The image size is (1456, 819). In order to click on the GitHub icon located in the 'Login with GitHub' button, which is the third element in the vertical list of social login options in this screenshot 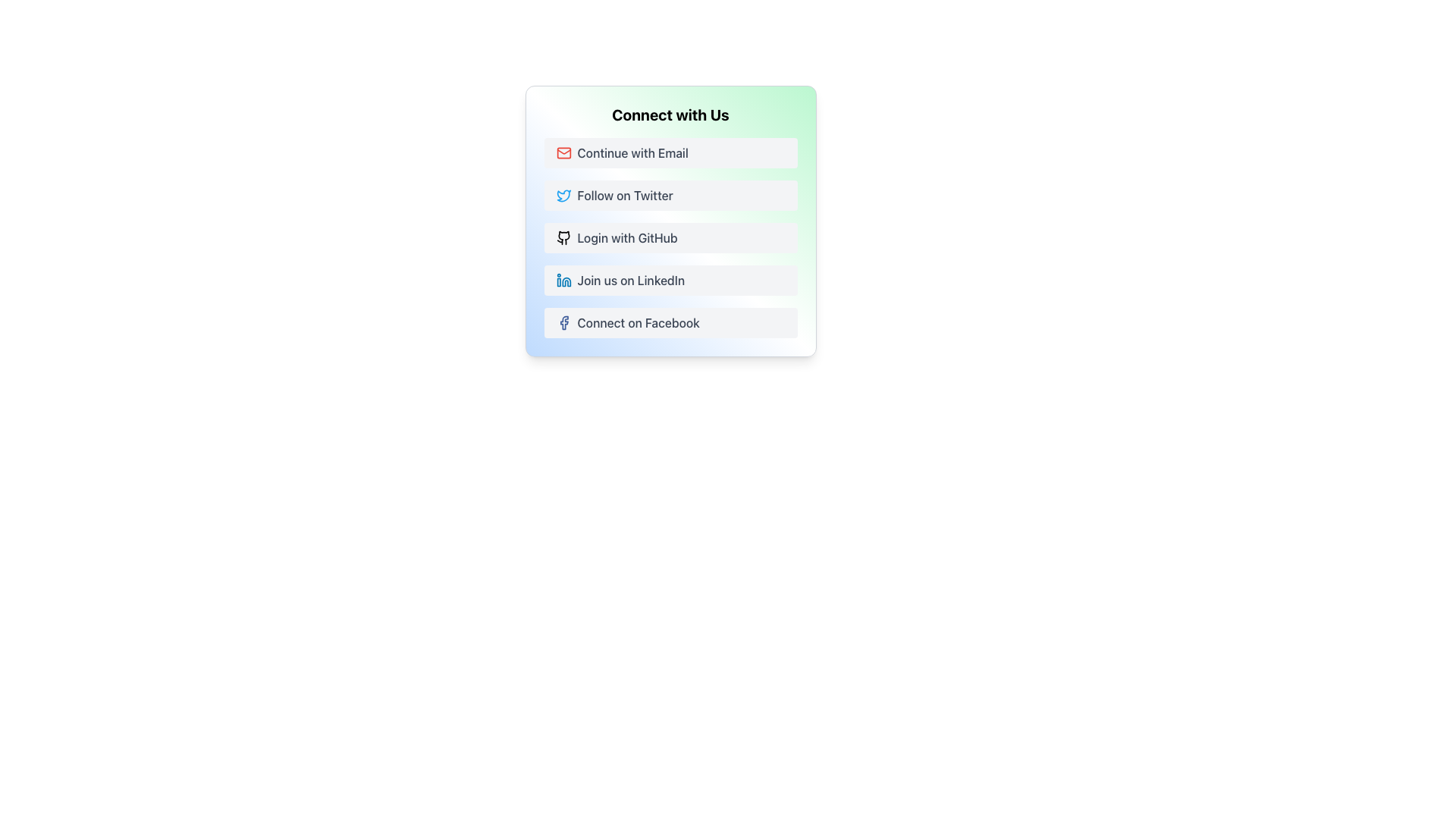, I will do `click(563, 237)`.